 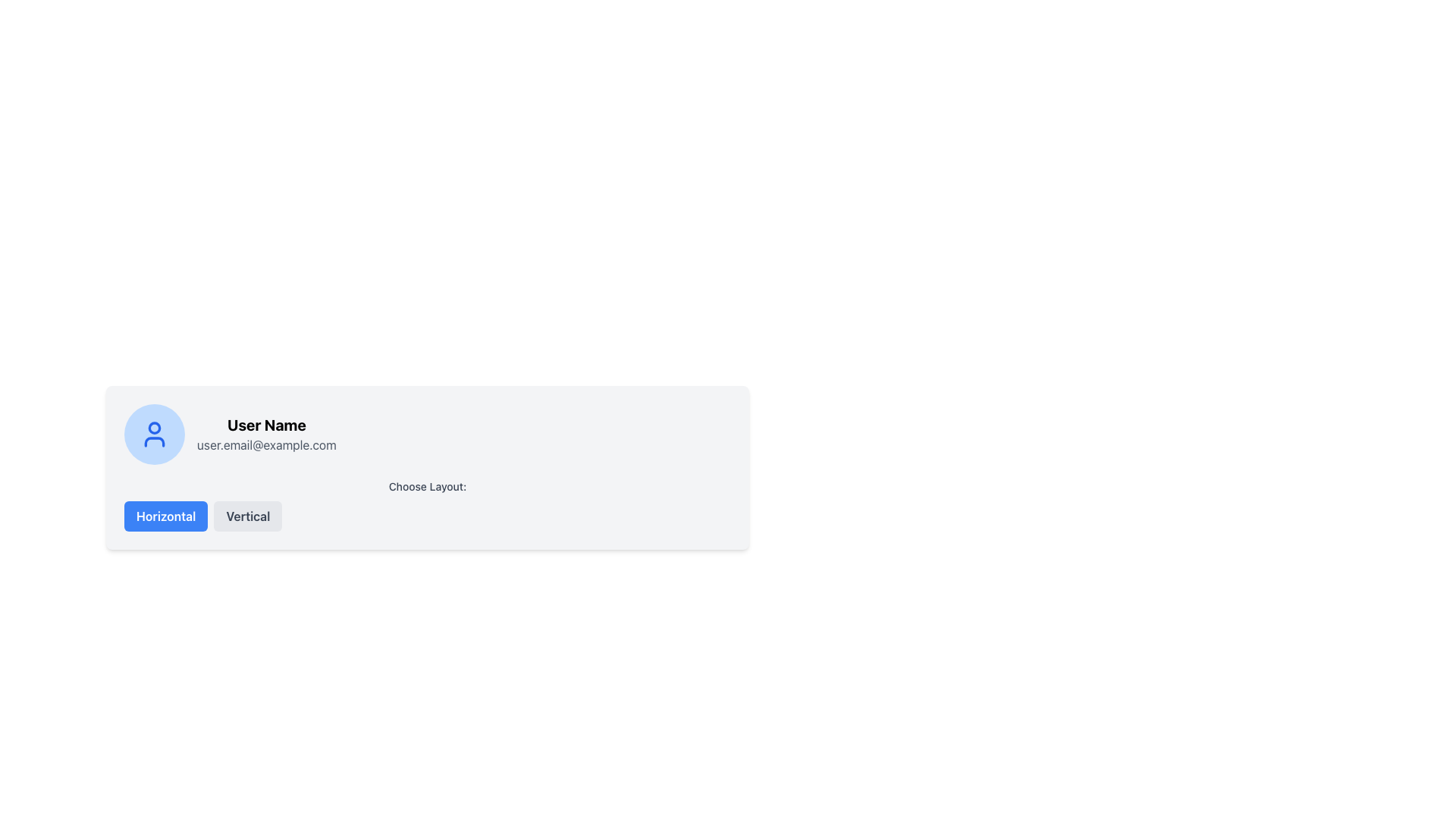 What do you see at coordinates (427, 504) in the screenshot?
I see `the Selector element which has a light gray background, containing the title 'Choose Layout:' and two buttons labeled 'Horizontal' (highlighted in blue) and 'Vertical' (gray) located at the lower part of the card component` at bounding box center [427, 504].